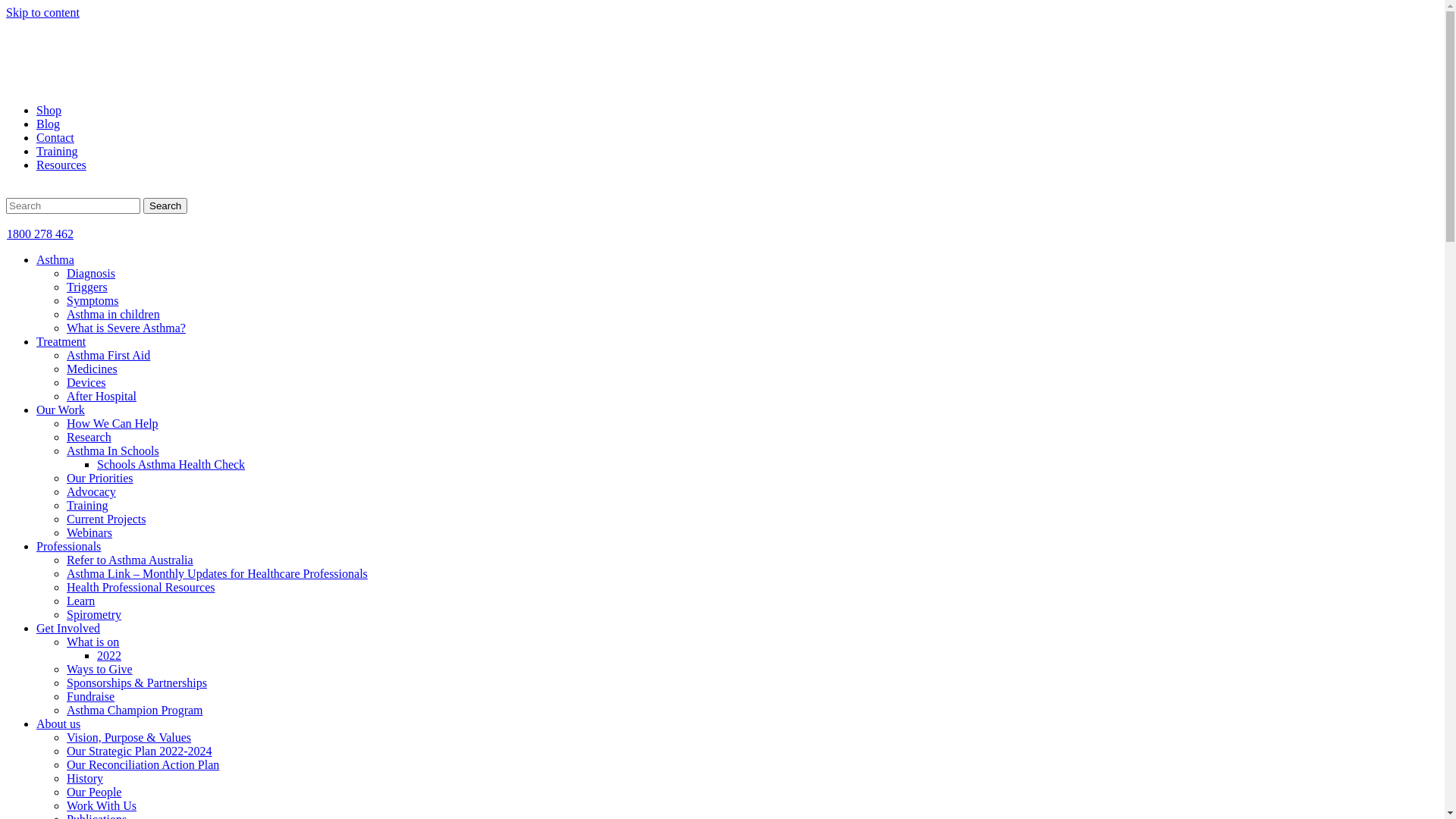 The height and width of the screenshot is (819, 1456). Describe the element at coordinates (89, 696) in the screenshot. I see `'Fundraise'` at that location.